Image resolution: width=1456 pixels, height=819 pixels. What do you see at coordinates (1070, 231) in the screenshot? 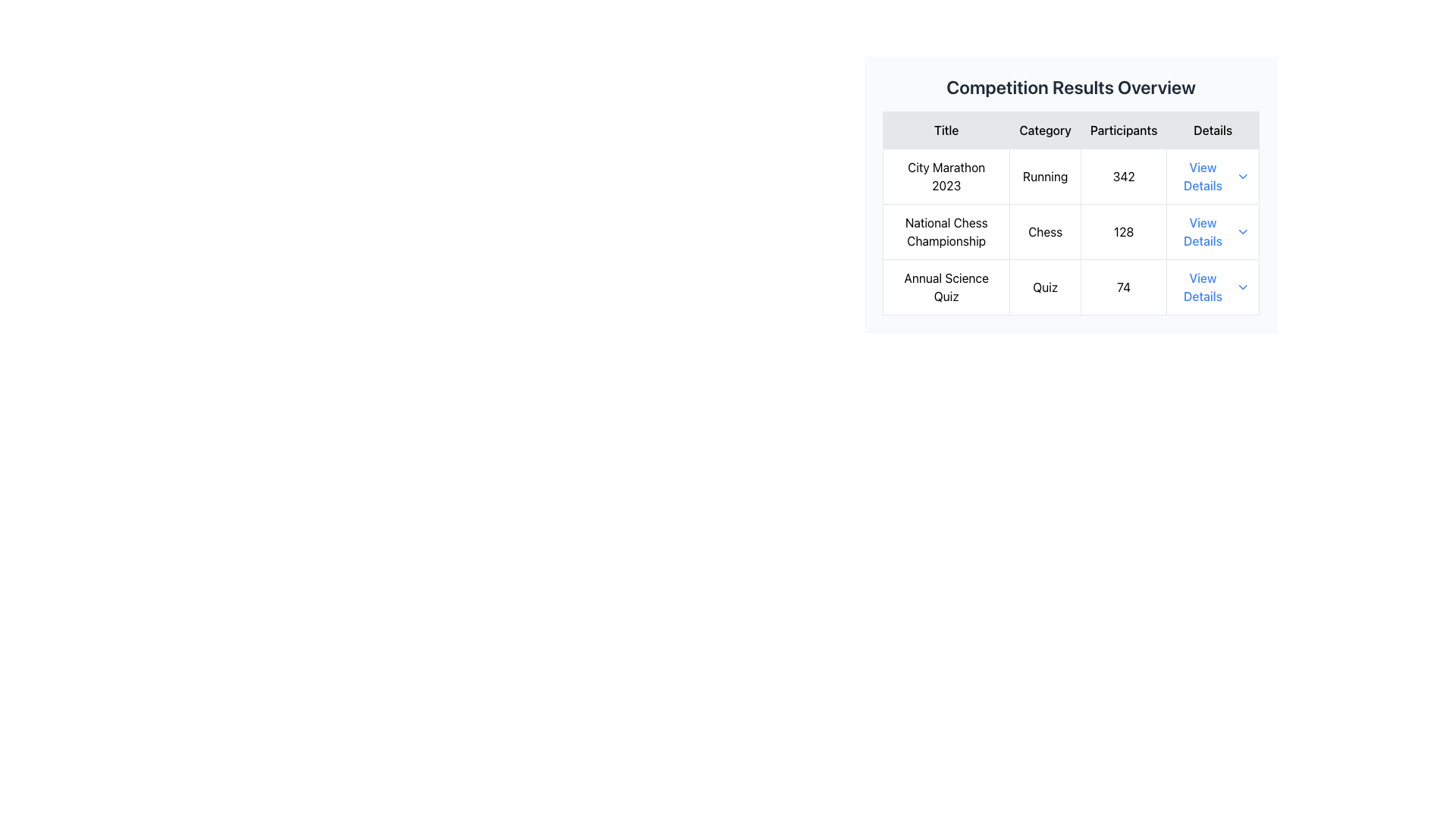
I see `the second row of the event table, which displays titles, categories, participant counts, and detail links, to interact with the event's information` at bounding box center [1070, 231].